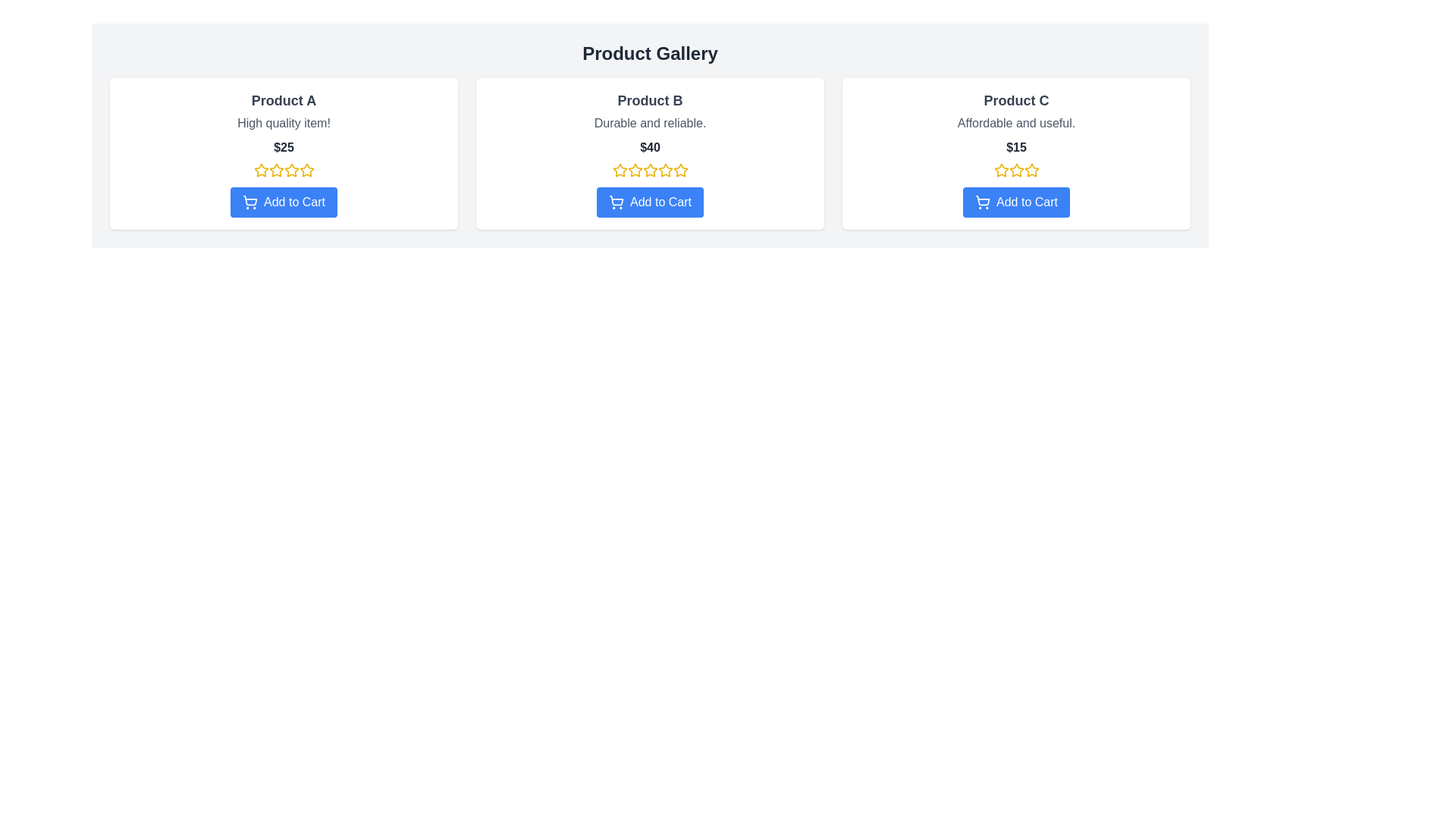 The width and height of the screenshot is (1456, 819). I want to click on the first star icon of the rating system under 'Product A', which is a yellow star shape with a hollow center, positioned between the text '$25' and the 'Add to Cart' button, so click(261, 170).